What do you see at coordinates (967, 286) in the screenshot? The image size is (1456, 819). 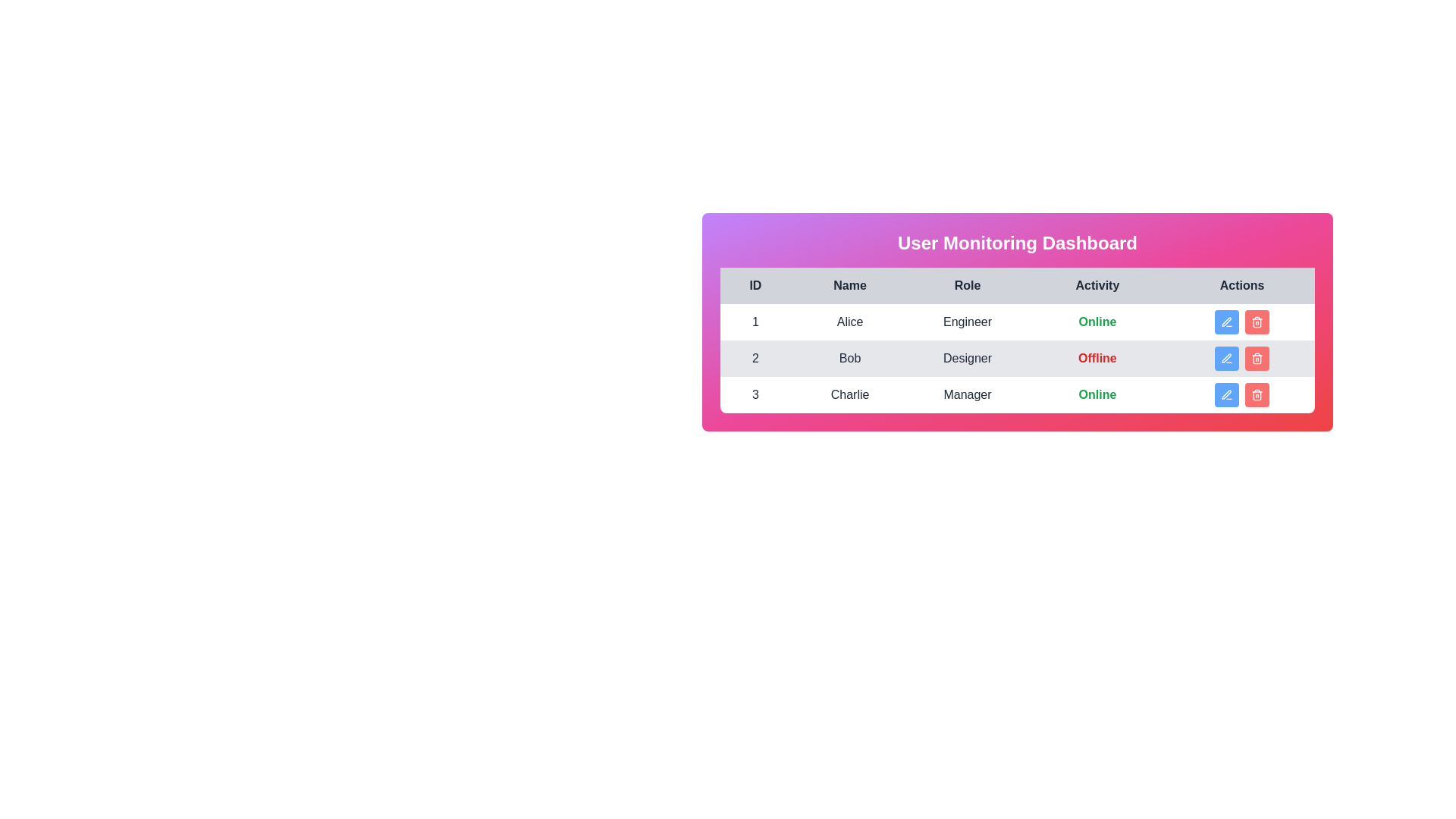 I see `the column header labeled 'Role' to sort the table by that column` at bounding box center [967, 286].